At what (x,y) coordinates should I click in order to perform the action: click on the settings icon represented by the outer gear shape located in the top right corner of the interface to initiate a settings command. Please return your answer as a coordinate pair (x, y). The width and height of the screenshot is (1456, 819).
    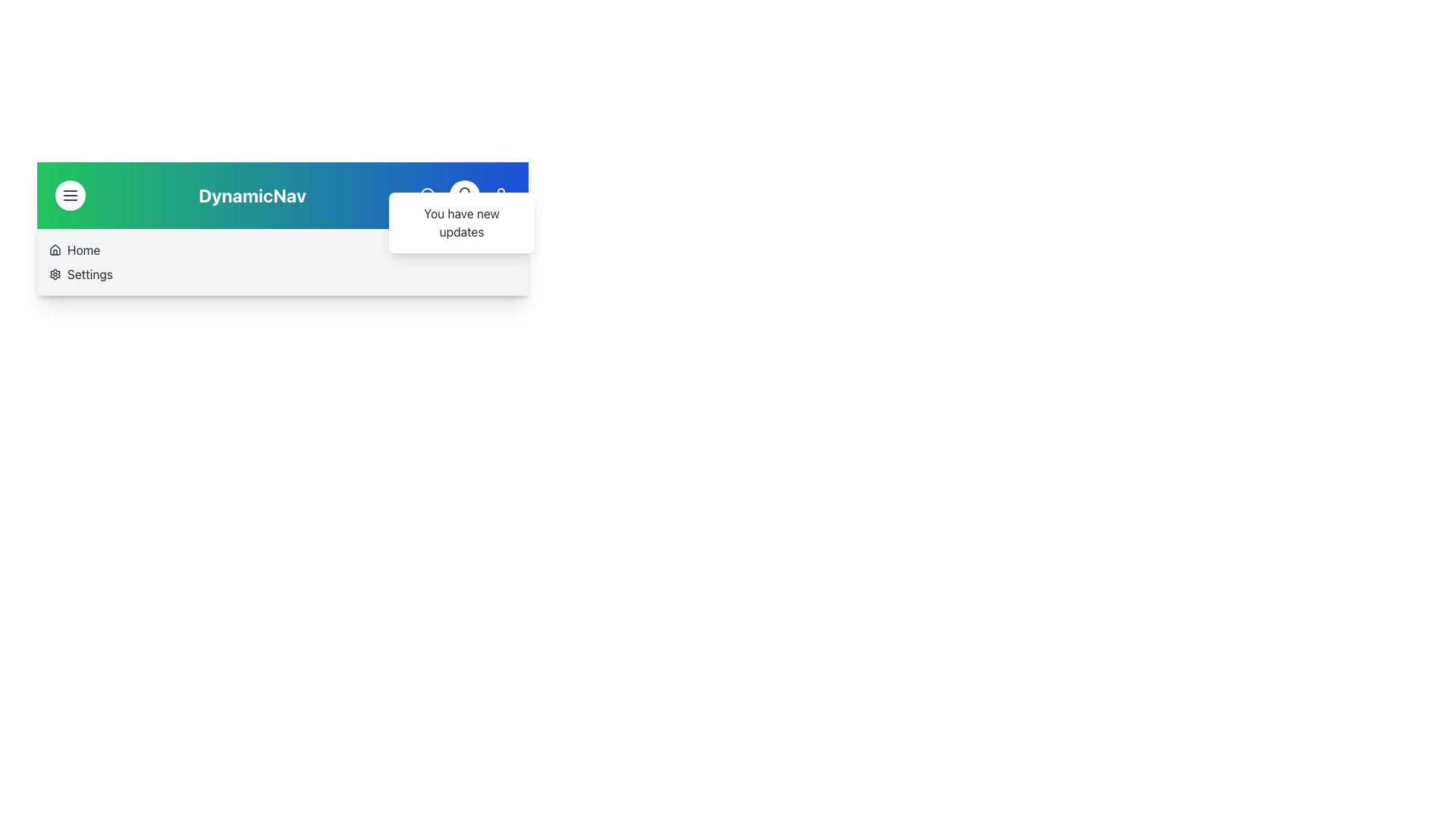
    Looking at the image, I should click on (55, 275).